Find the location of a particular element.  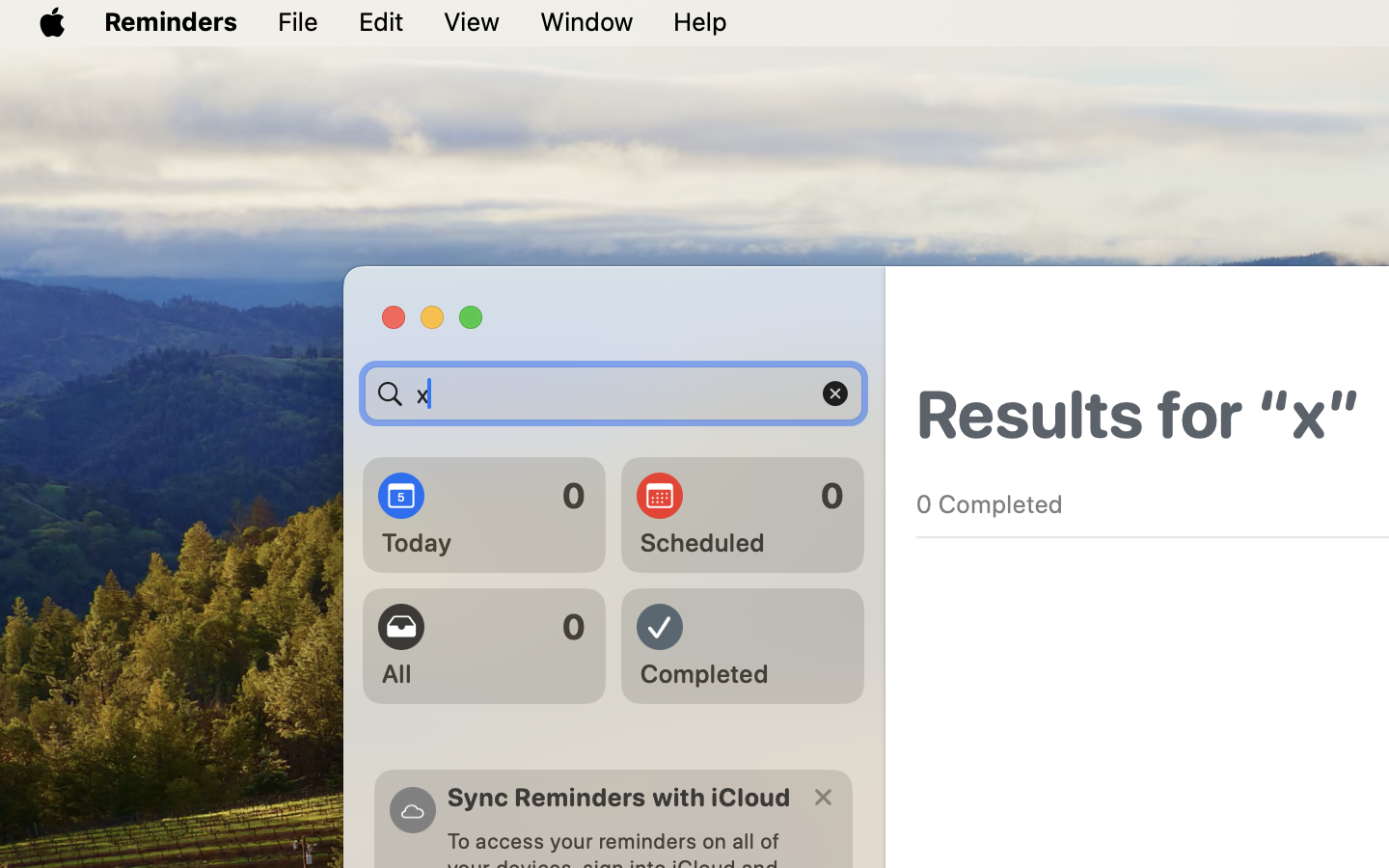

'Sync Reminders with iCloud' is located at coordinates (617, 797).